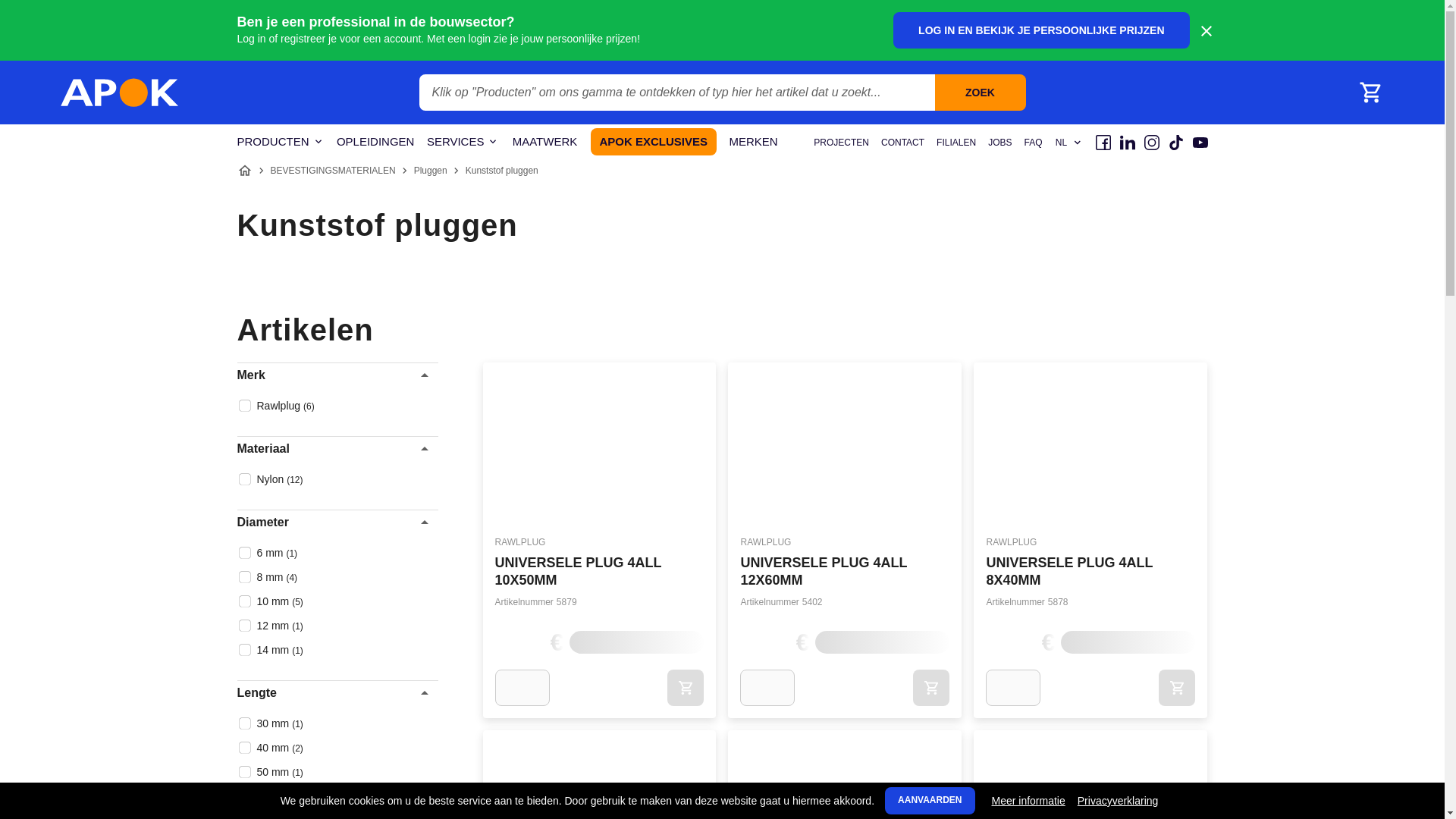 The height and width of the screenshot is (819, 1456). Describe the element at coordinates (375, 142) in the screenshot. I see `'OPLEIDINGEN'` at that location.